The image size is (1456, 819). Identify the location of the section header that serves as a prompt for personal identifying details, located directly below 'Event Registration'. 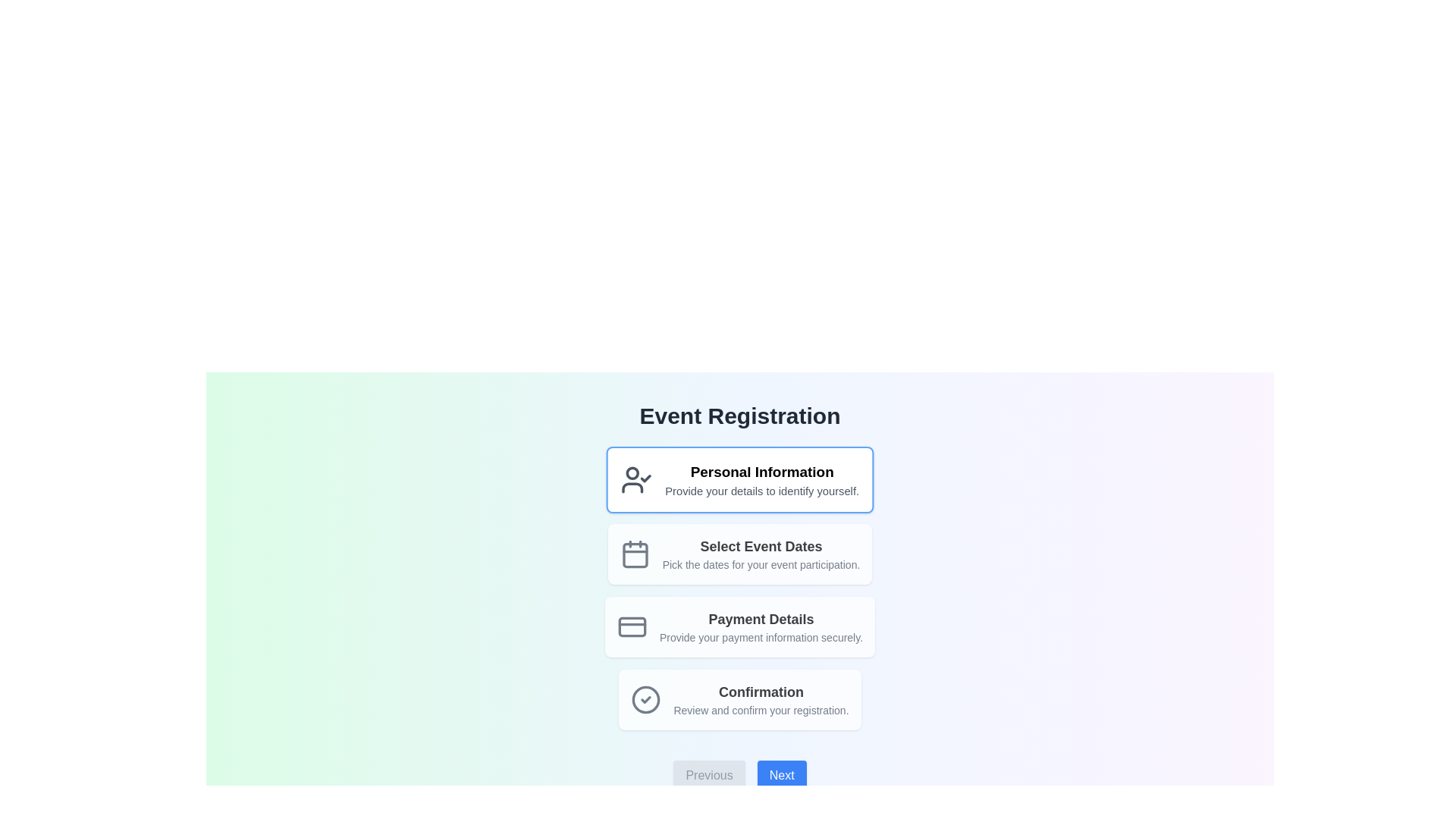
(739, 479).